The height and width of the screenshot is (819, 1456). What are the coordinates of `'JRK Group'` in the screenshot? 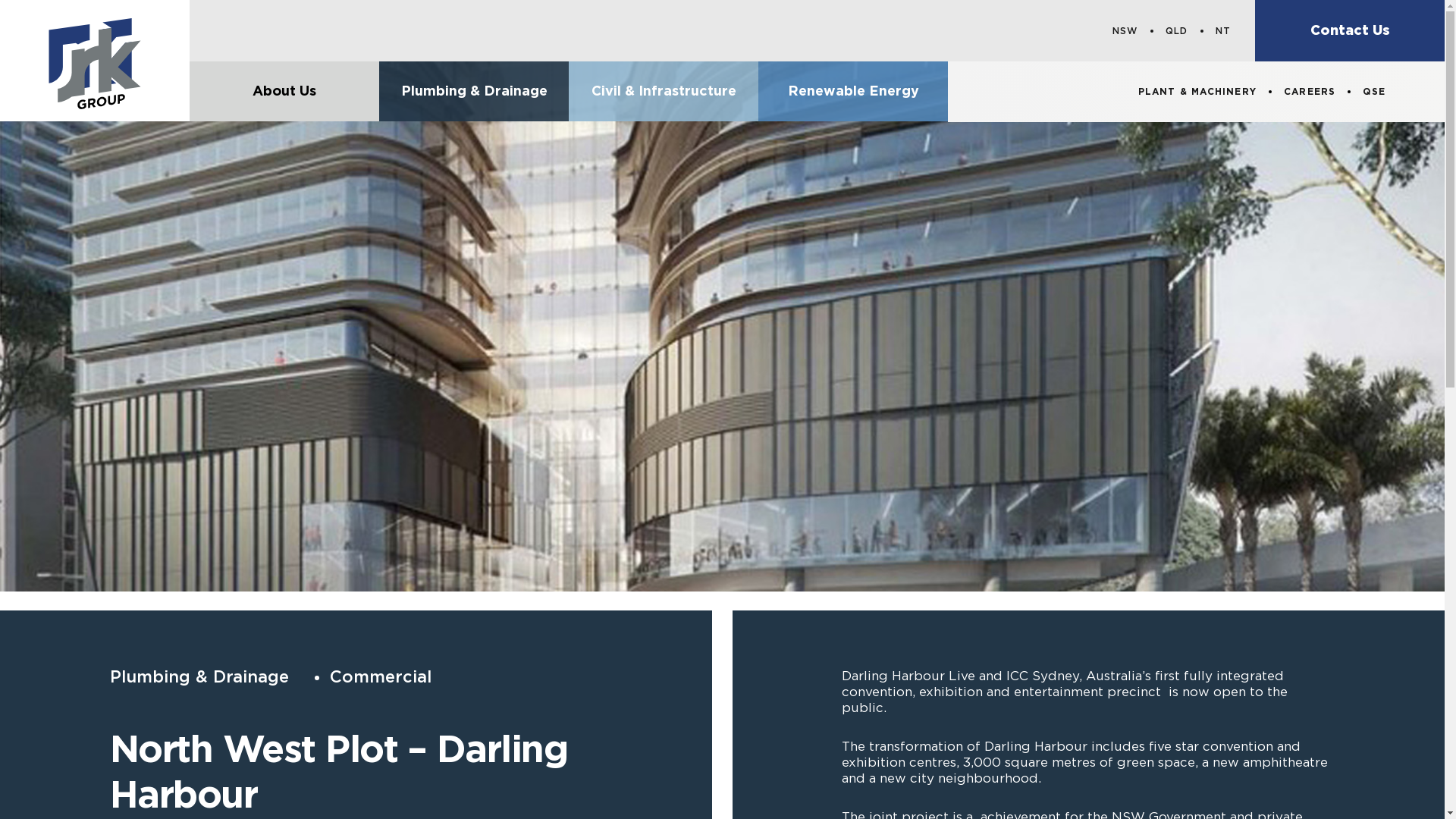 It's located at (93, 60).